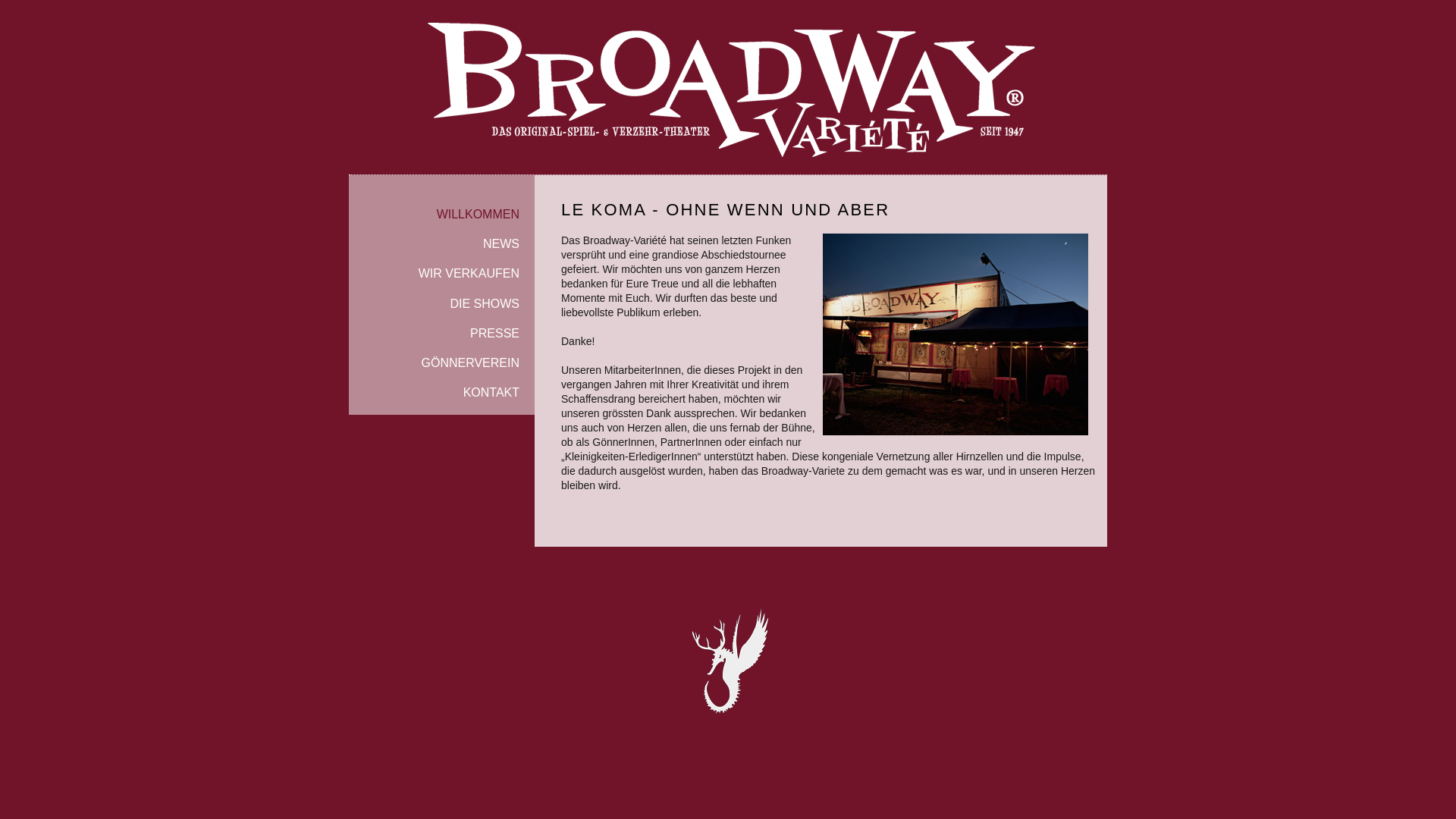 The height and width of the screenshot is (819, 1456). Describe the element at coordinates (433, 239) in the screenshot. I see `'NEWS'` at that location.